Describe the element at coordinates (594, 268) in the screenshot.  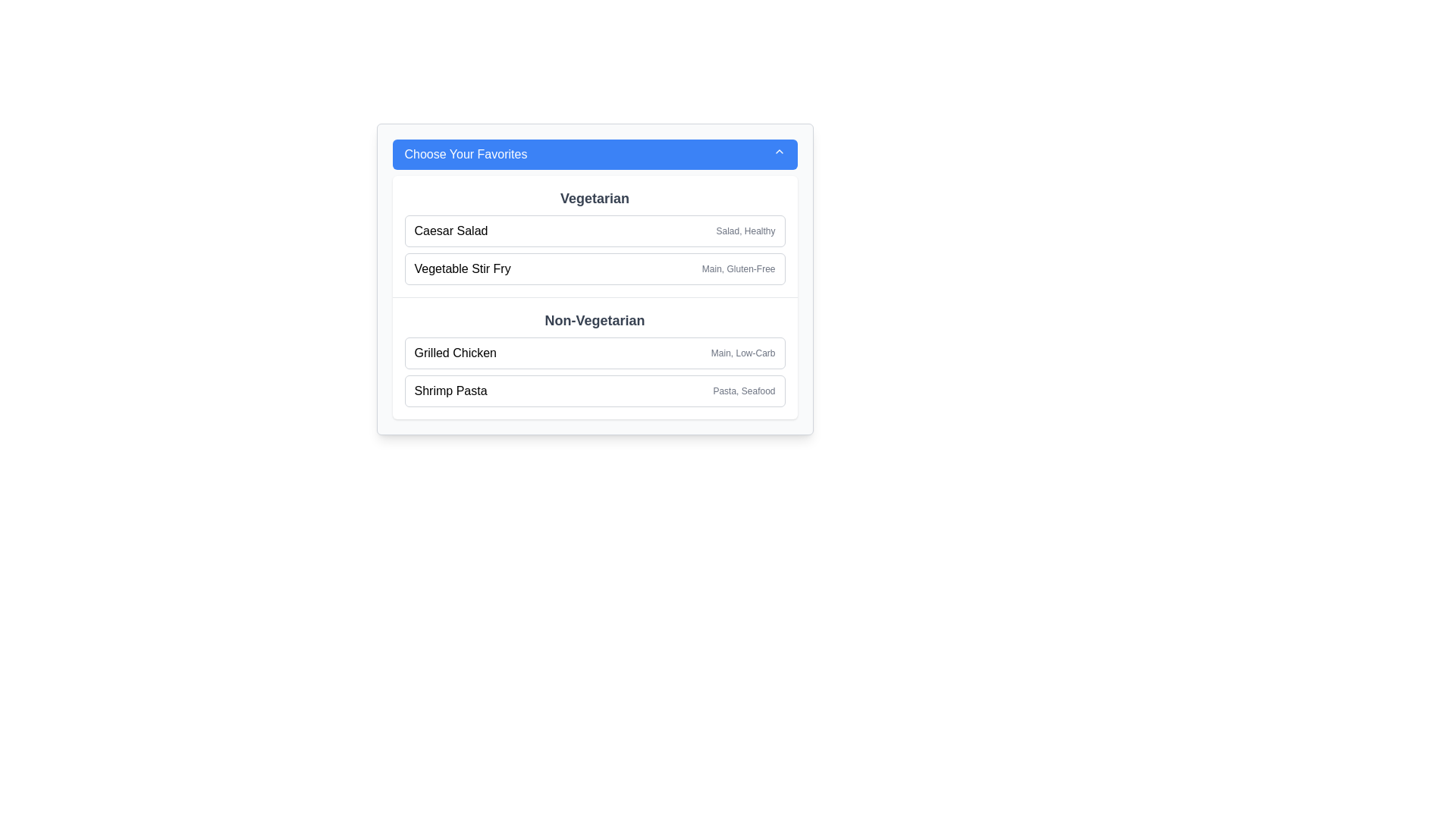
I see `the button-like list item labeled 'Vegetable Stir Fry', which is the second item in the 'Vegetarian' category` at that location.